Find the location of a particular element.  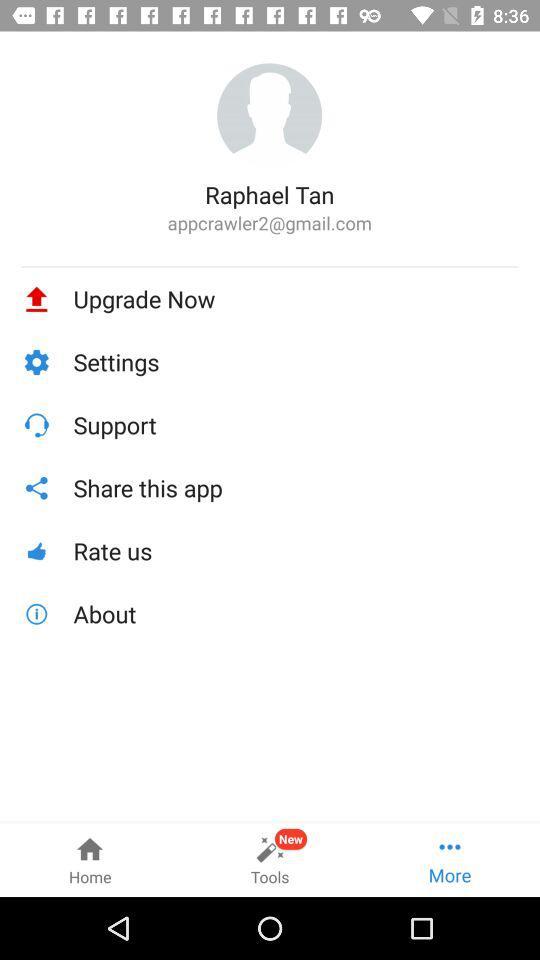

upgrade now item is located at coordinates (295, 298).